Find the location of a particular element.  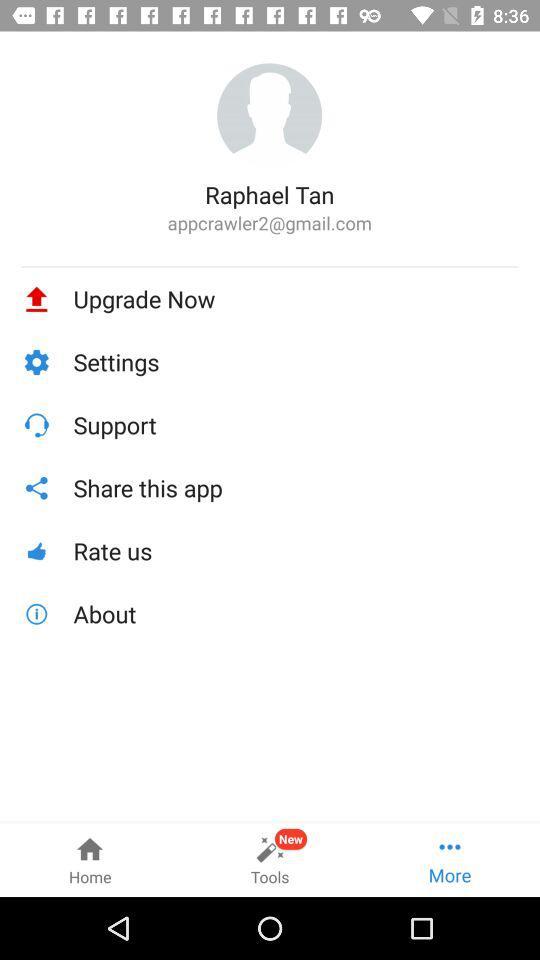

upgrade now item is located at coordinates (295, 298).